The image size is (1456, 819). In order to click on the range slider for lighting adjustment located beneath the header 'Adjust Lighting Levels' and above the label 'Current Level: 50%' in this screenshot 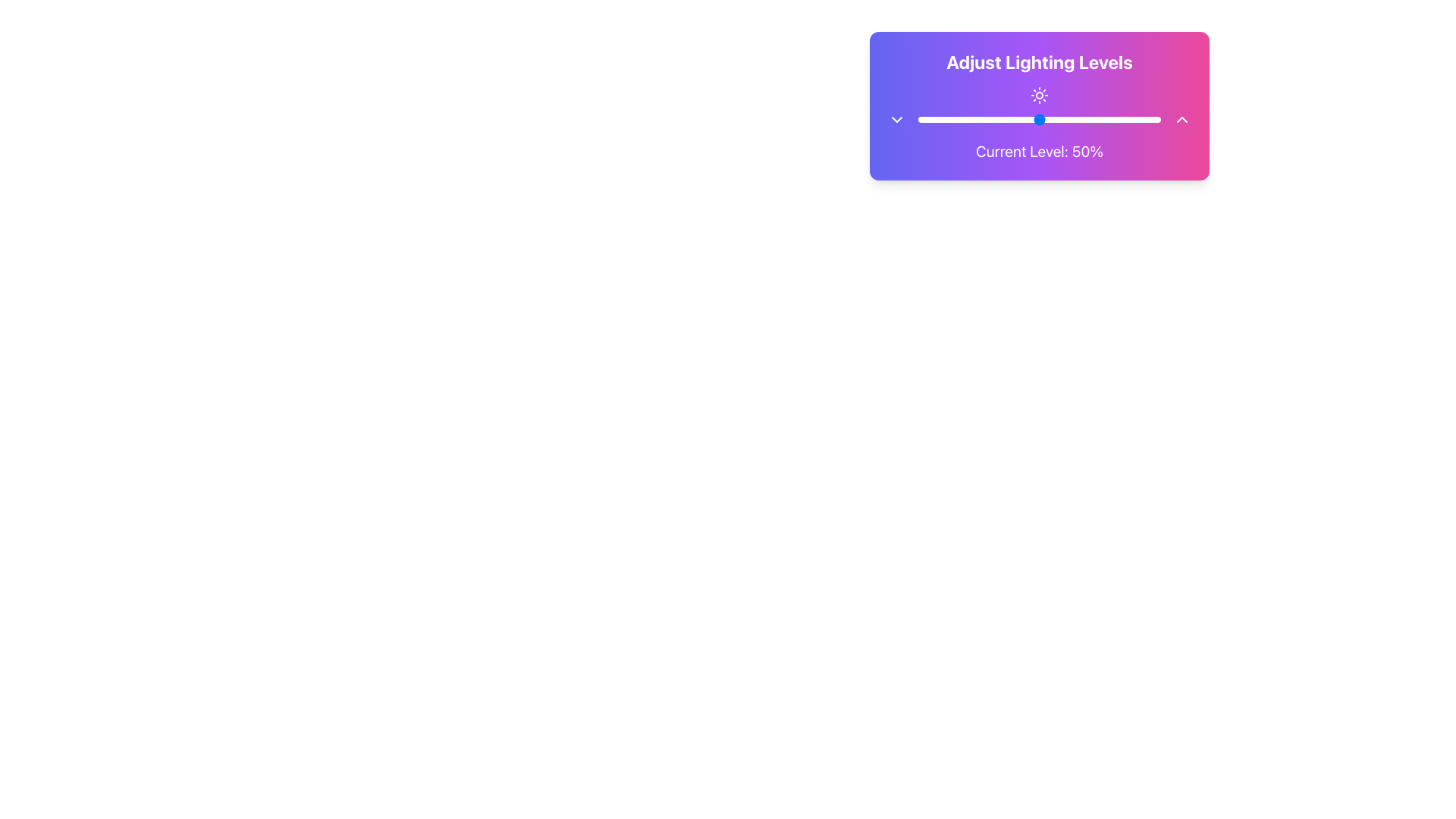, I will do `click(1039, 119)`.